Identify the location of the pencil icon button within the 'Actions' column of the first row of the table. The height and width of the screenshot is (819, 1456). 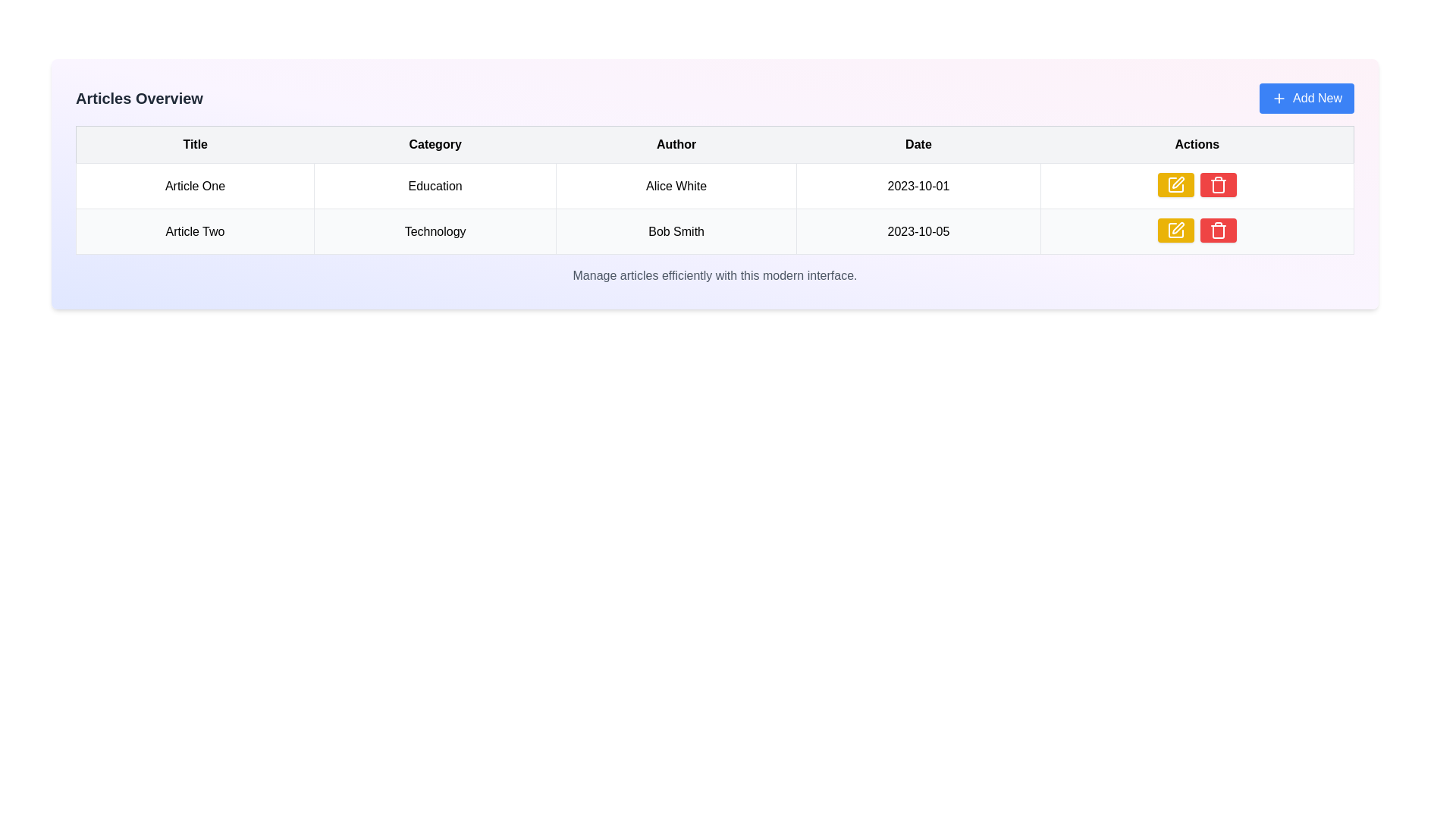
(1175, 184).